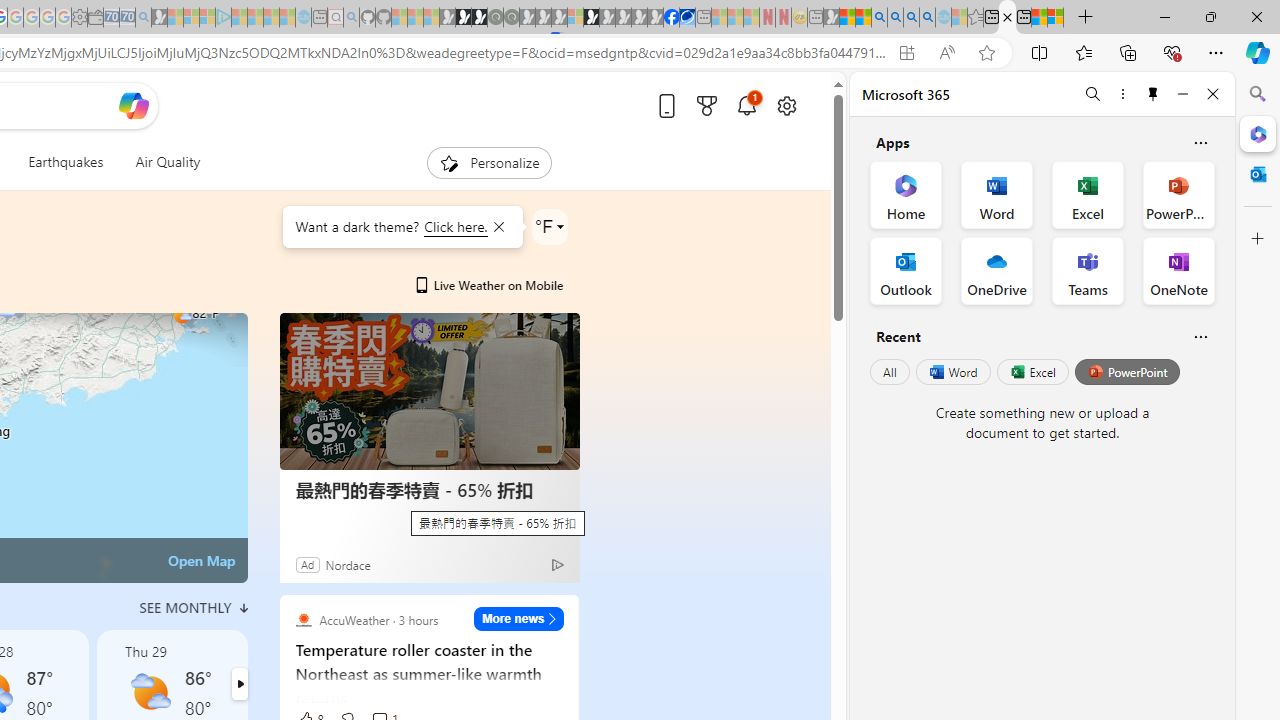  Describe the element at coordinates (879, 17) in the screenshot. I see `'Bing AI - Search'` at that location.